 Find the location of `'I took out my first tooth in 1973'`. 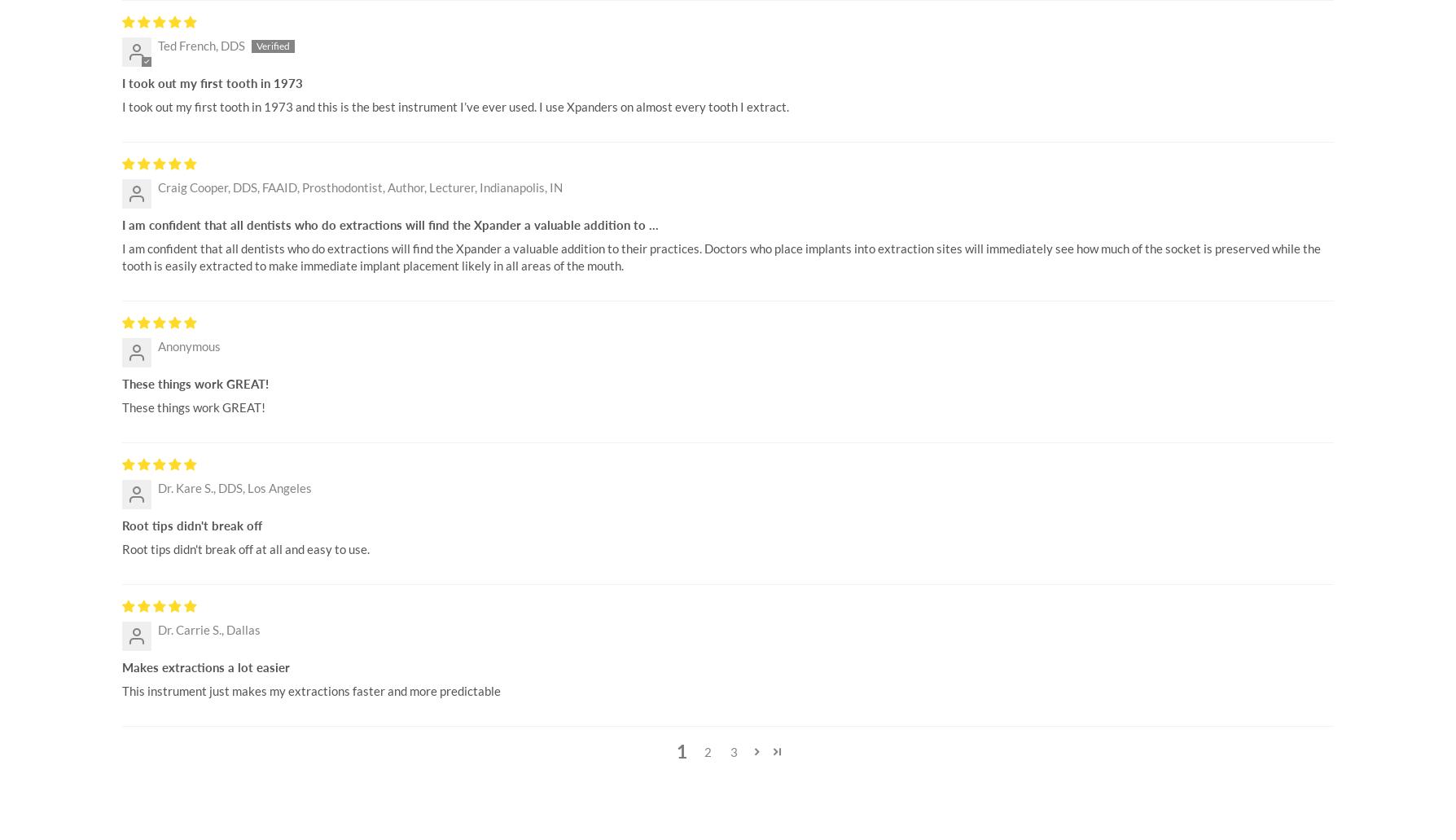

'I took out my first tooth in 1973' is located at coordinates (212, 82).